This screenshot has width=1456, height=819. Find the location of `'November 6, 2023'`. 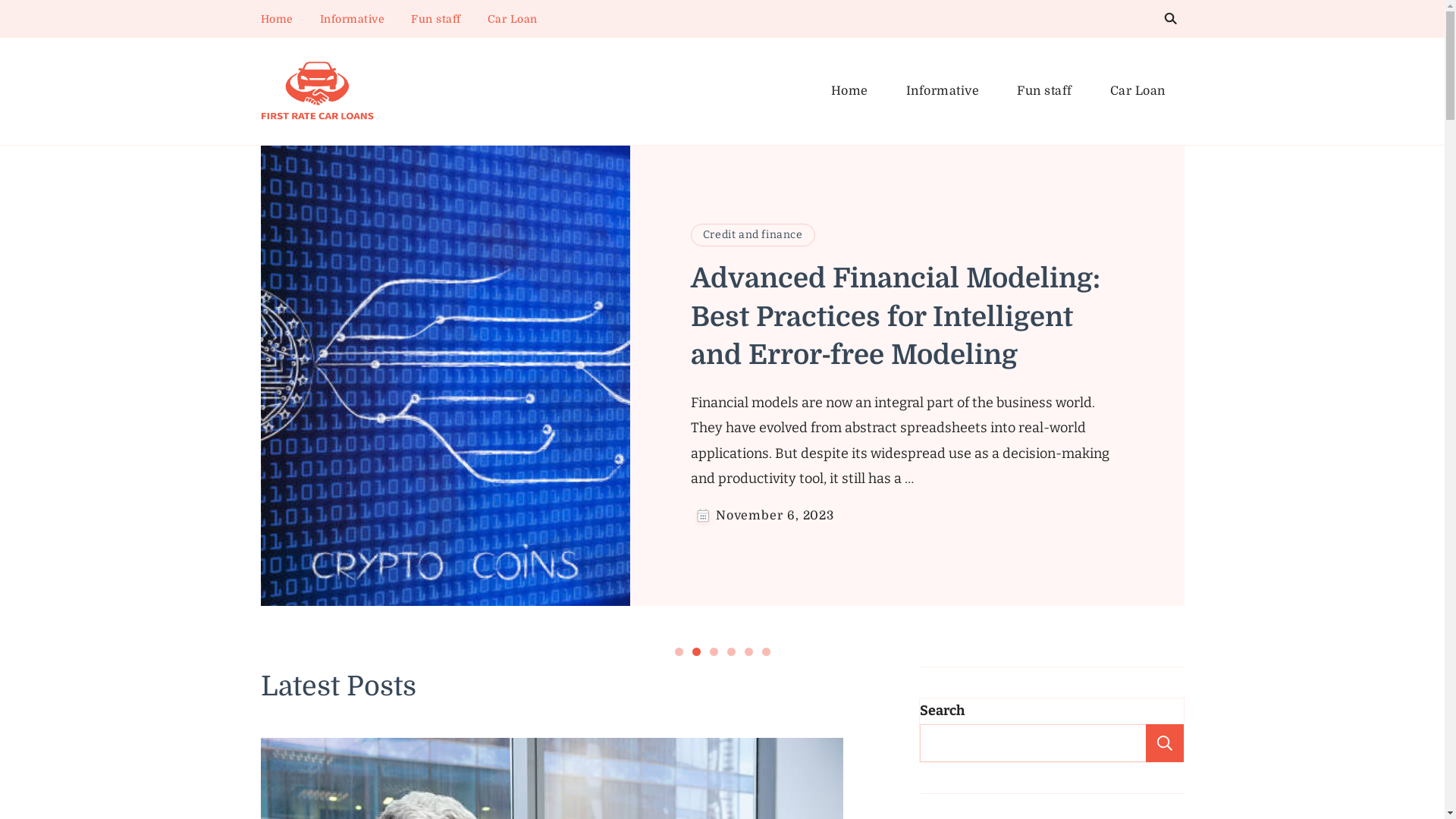

'November 6, 2023' is located at coordinates (775, 514).